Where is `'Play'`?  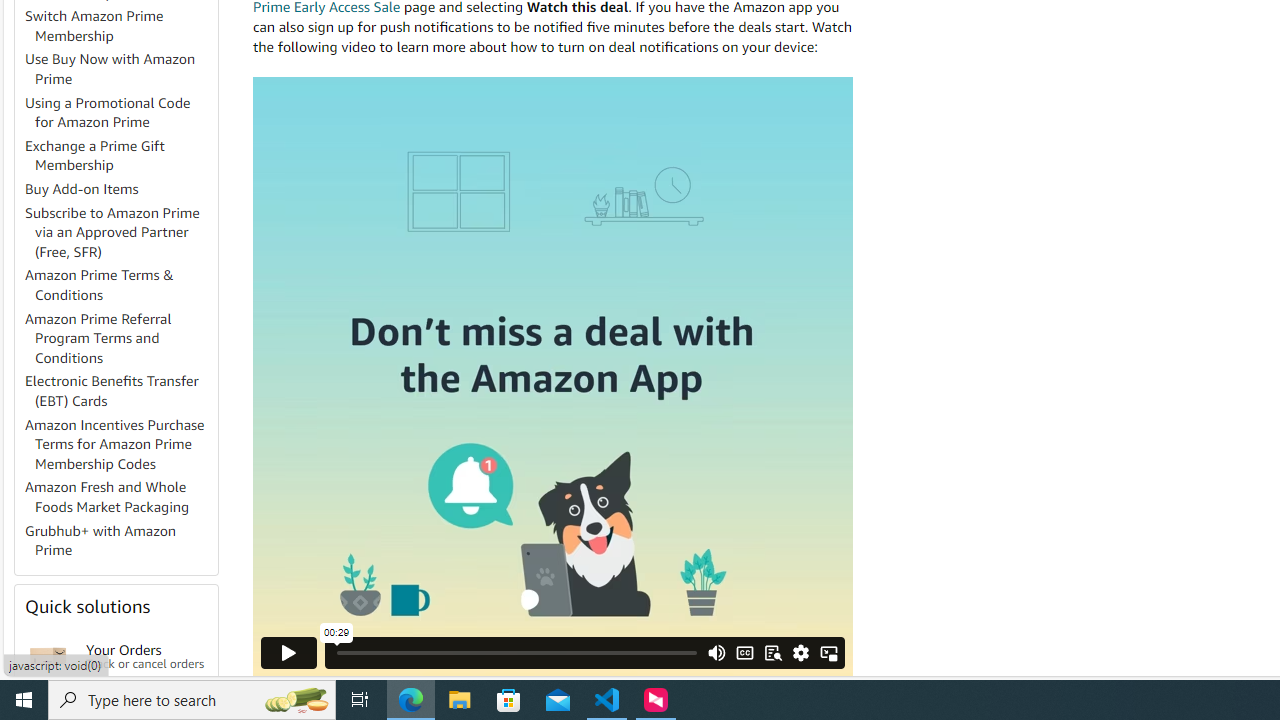 'Play' is located at coordinates (288, 652).